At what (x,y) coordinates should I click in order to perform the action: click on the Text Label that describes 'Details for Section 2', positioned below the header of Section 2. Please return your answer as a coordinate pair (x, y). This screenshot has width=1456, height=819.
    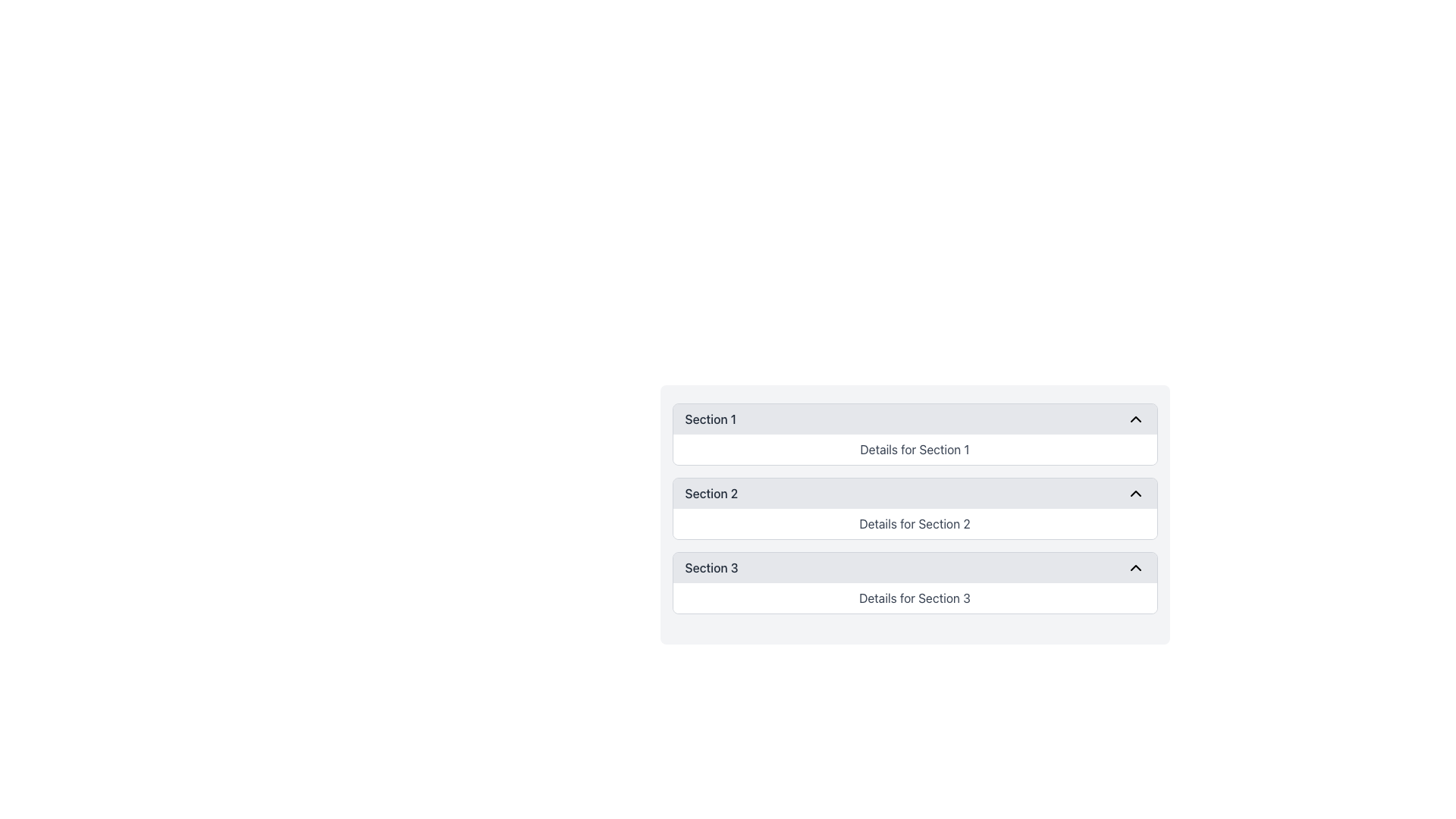
    Looking at the image, I should click on (914, 522).